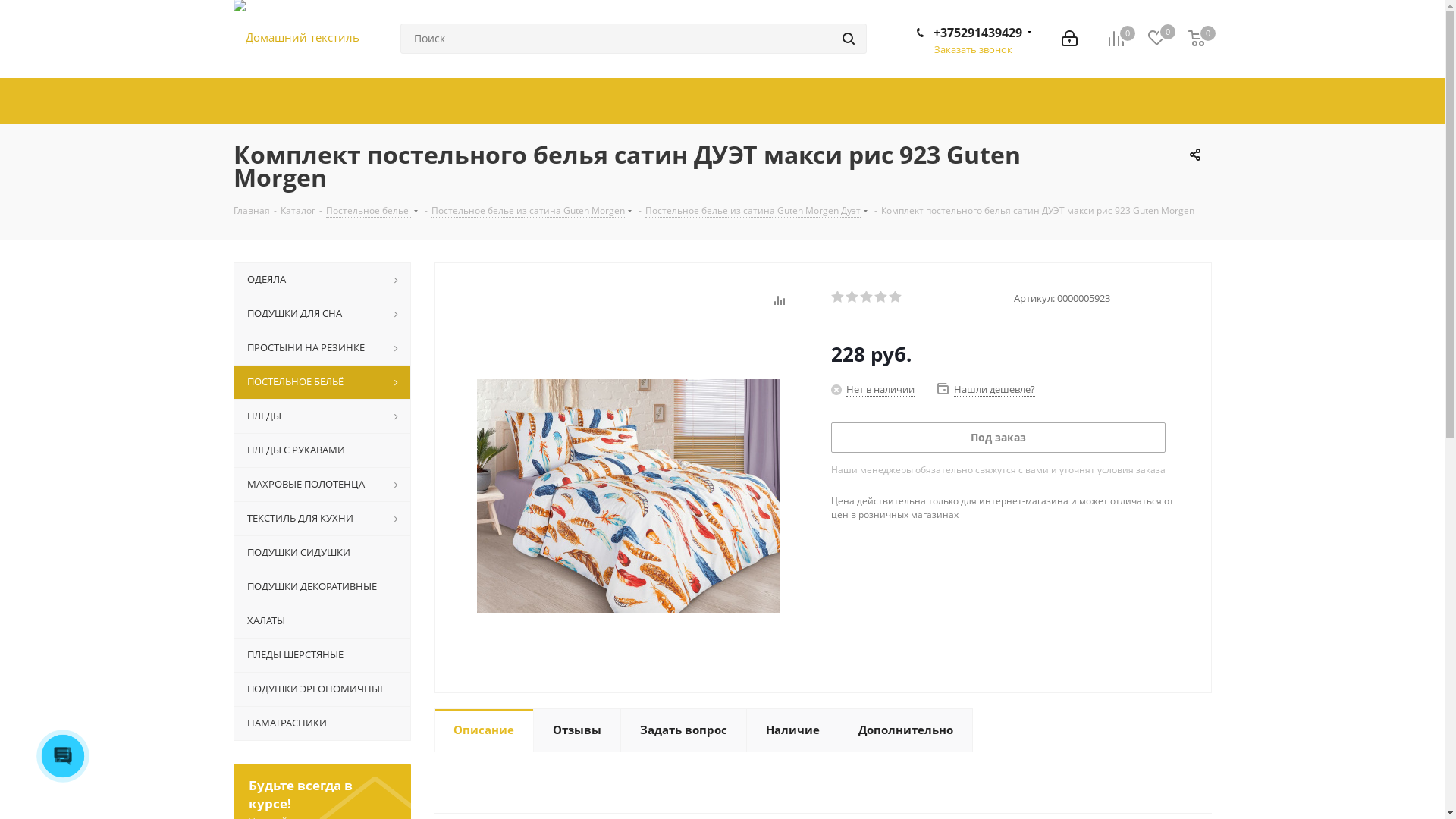  Describe the element at coordinates (888, 297) in the screenshot. I see `'5'` at that location.